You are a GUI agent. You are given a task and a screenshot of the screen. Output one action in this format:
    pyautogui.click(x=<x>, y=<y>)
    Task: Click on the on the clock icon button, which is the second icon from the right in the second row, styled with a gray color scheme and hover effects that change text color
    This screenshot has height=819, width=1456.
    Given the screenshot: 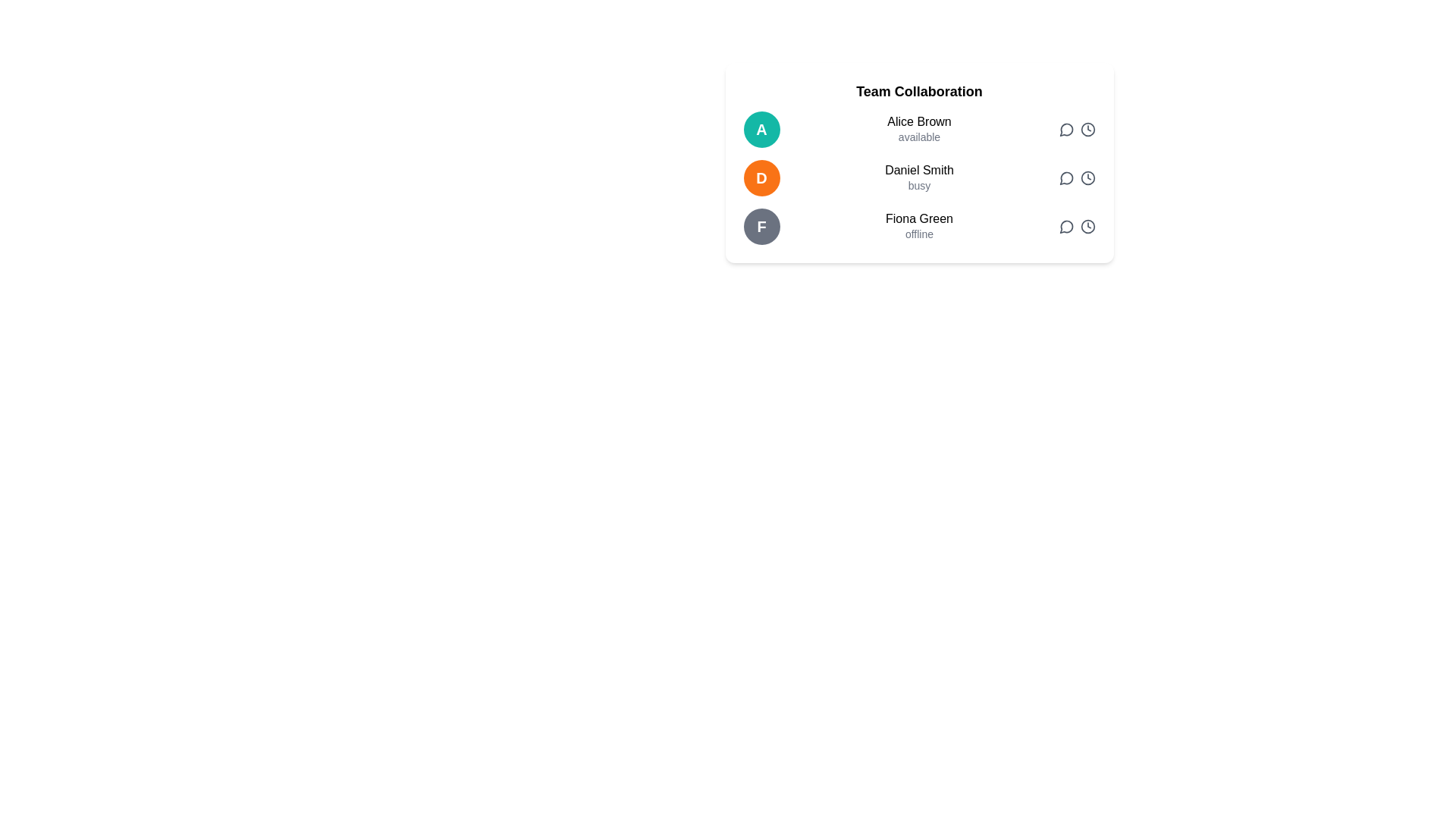 What is the action you would take?
    pyautogui.click(x=1087, y=177)
    